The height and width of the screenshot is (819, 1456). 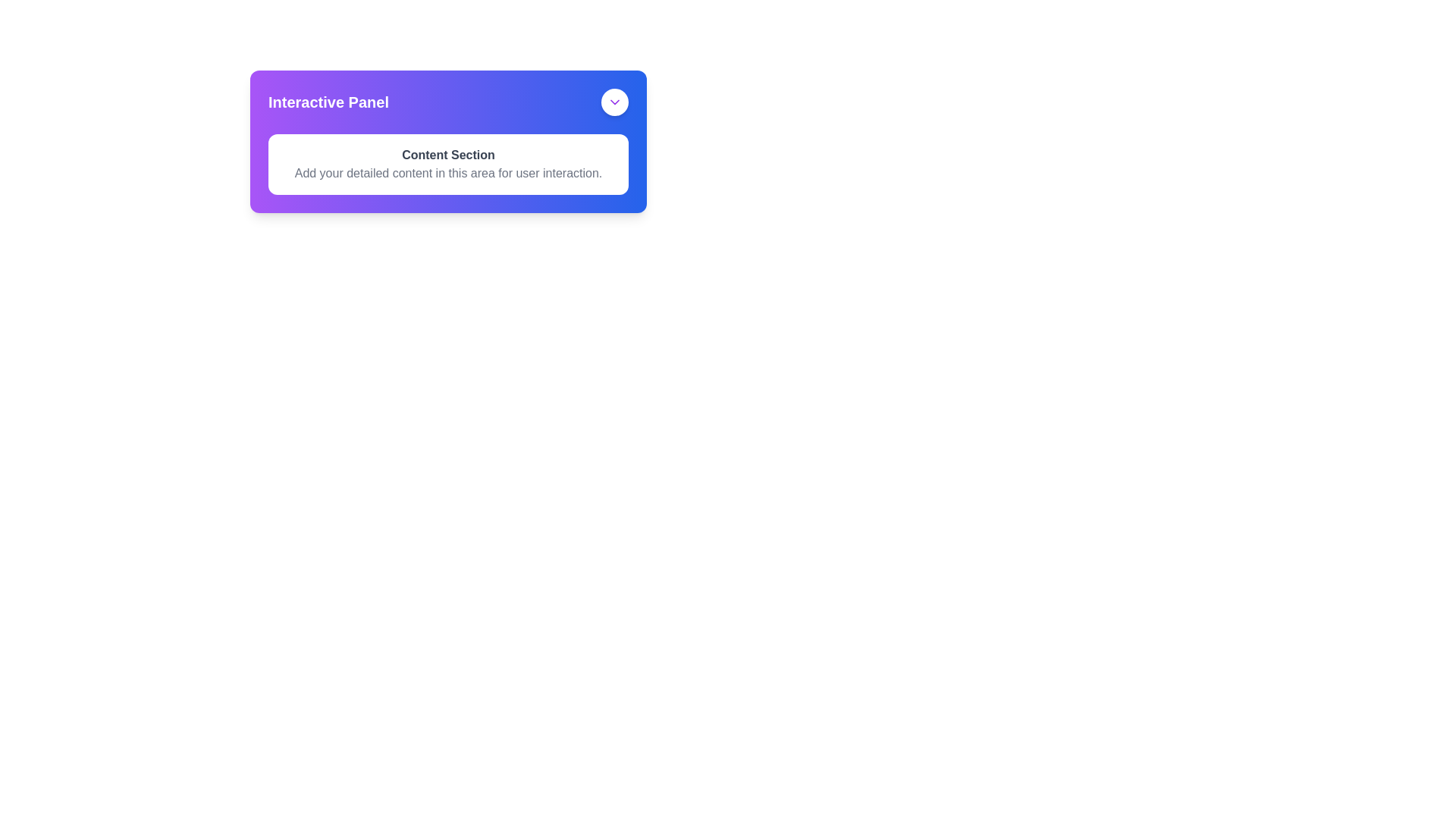 What do you see at coordinates (447, 164) in the screenshot?
I see `the static content card located within the purple-to-blue gradient panel, positioned centrally below the panel's title` at bounding box center [447, 164].